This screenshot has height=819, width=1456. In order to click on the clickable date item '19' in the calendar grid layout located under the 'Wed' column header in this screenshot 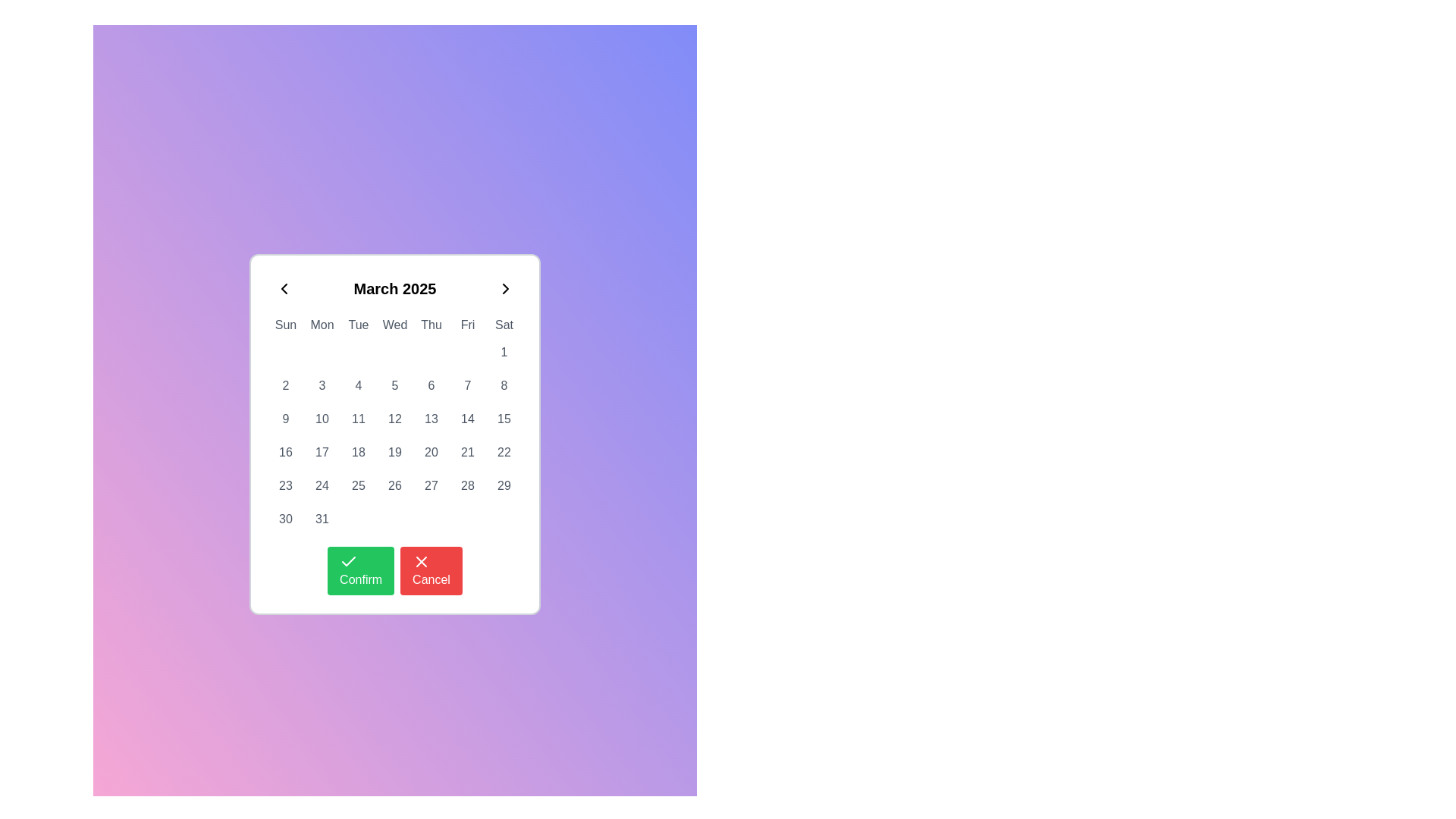, I will do `click(395, 452)`.